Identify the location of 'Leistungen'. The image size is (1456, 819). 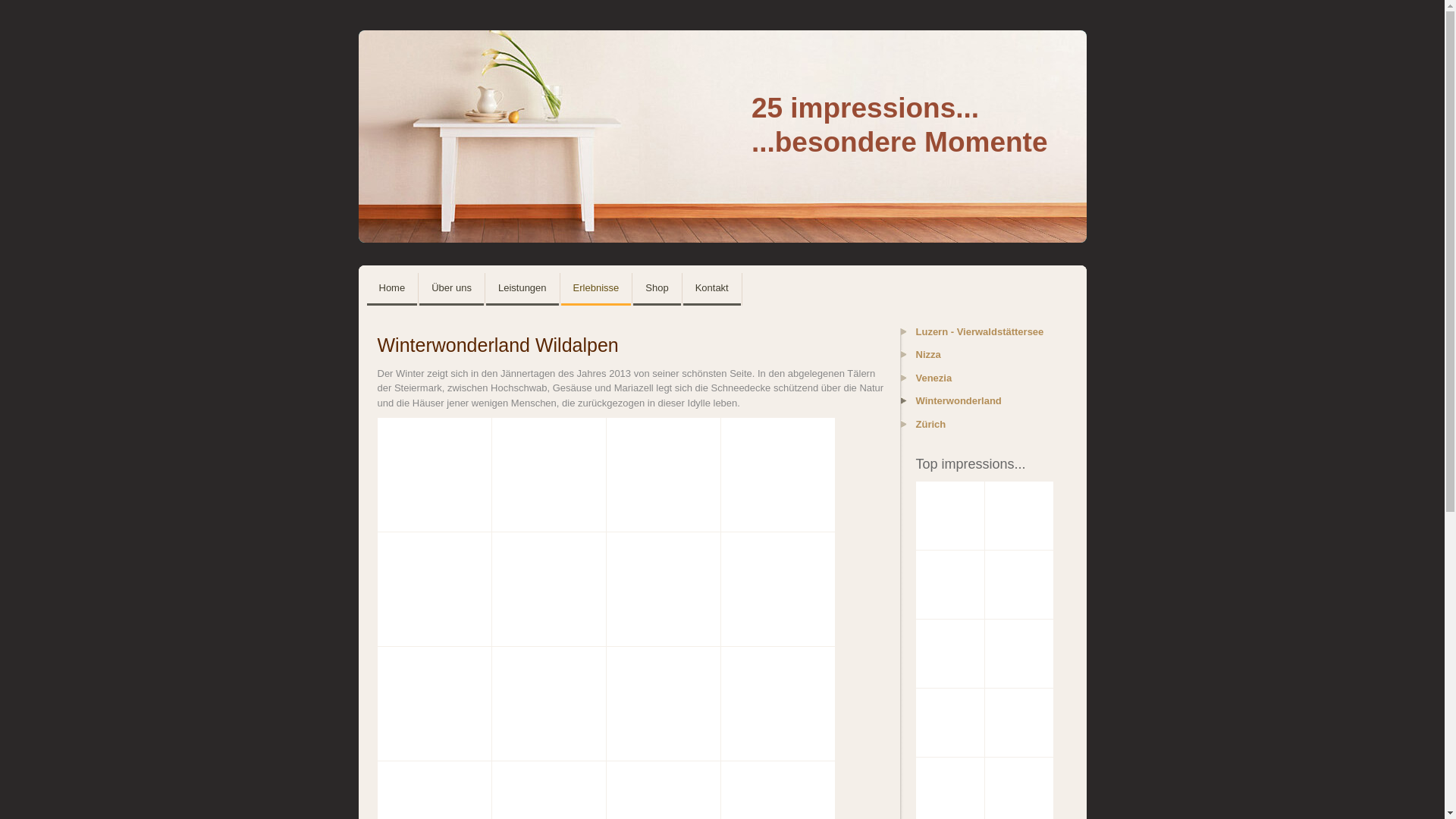
(522, 289).